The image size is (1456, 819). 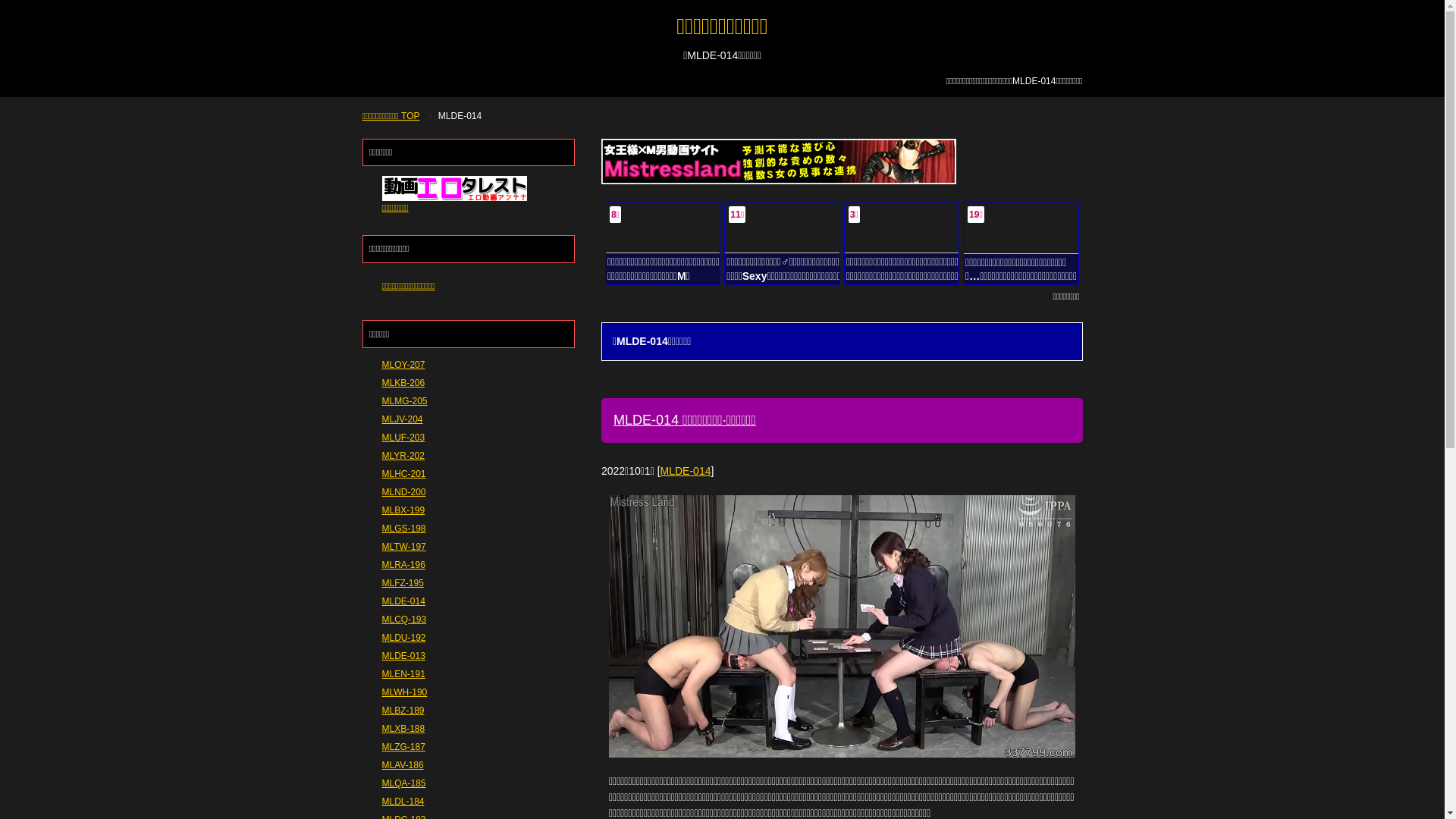 I want to click on 'MLBZ-189', so click(x=403, y=711).